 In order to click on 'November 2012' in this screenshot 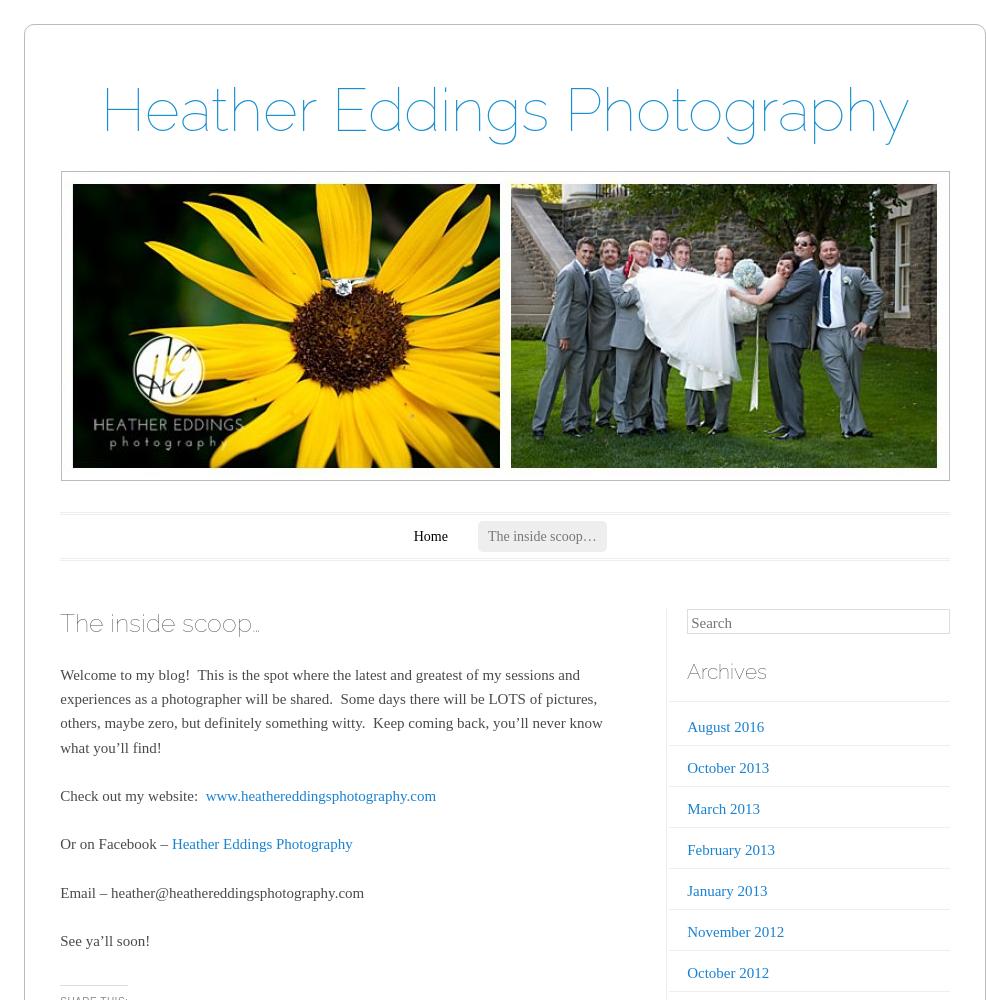, I will do `click(734, 931)`.